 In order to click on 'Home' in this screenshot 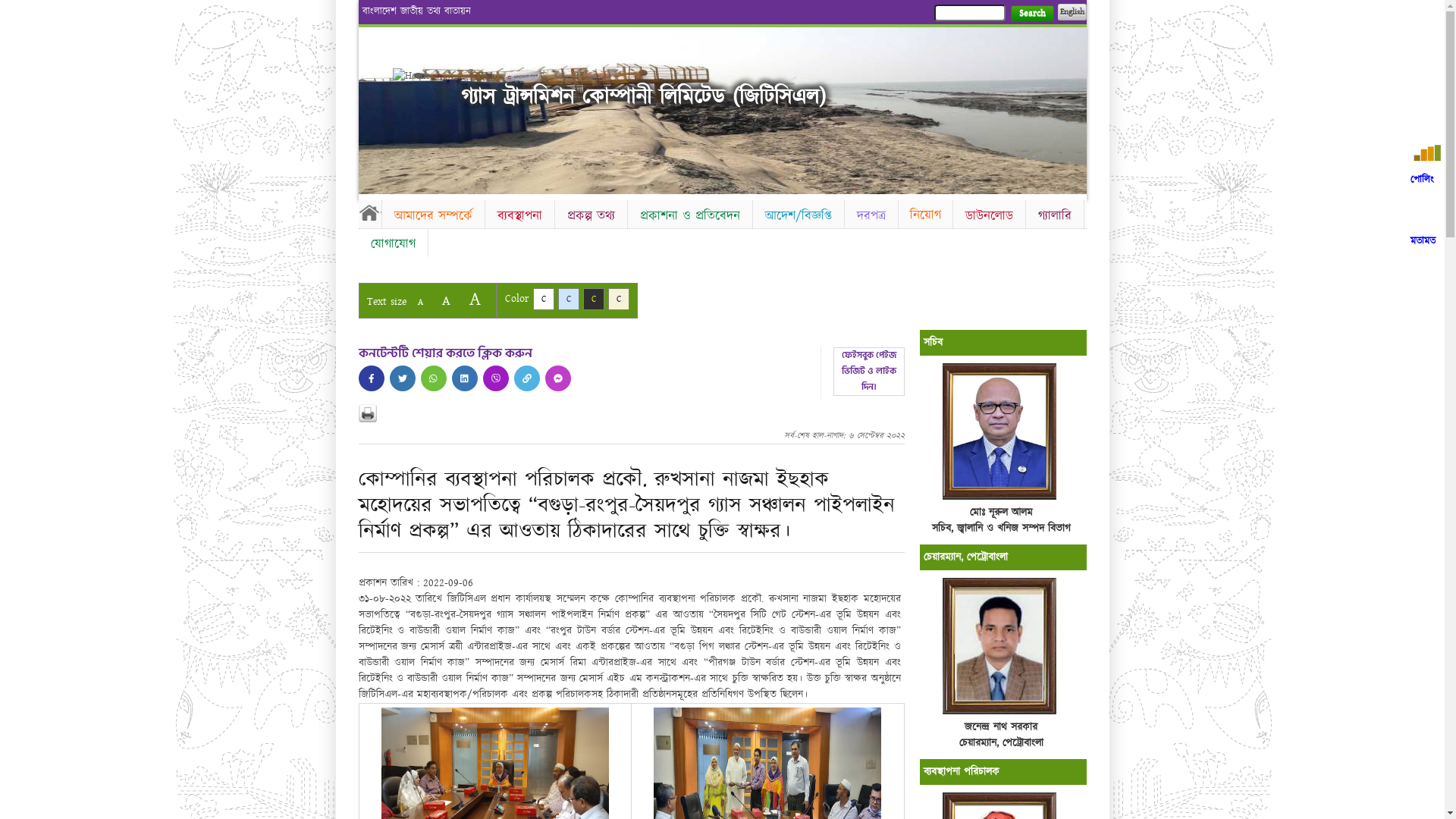, I will do `click(419, 76)`.